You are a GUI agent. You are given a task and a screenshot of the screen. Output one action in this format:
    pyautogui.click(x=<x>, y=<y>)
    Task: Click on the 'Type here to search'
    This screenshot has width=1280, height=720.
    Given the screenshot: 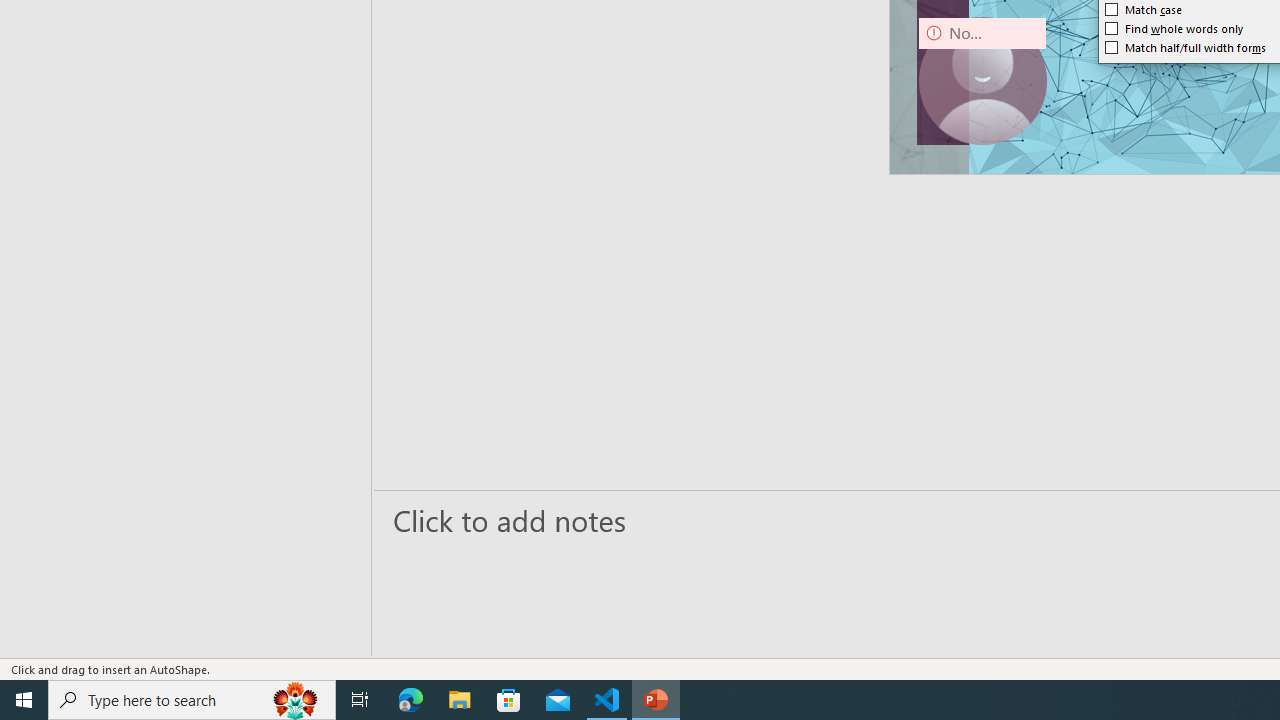 What is the action you would take?
    pyautogui.click(x=192, y=698)
    